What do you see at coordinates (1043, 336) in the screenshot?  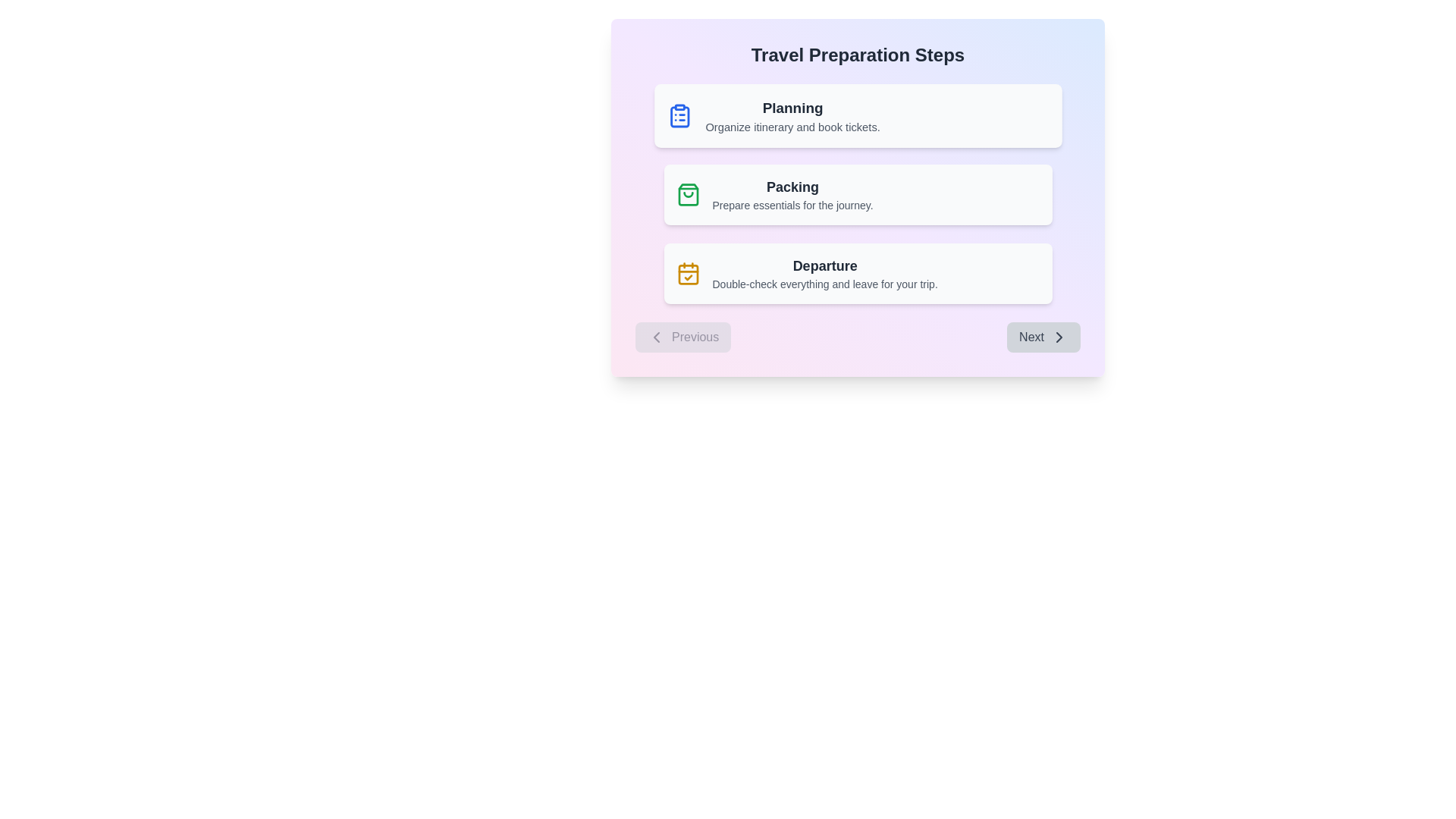 I see `the 'Next' button located at the bottom-right corner of the card` at bounding box center [1043, 336].